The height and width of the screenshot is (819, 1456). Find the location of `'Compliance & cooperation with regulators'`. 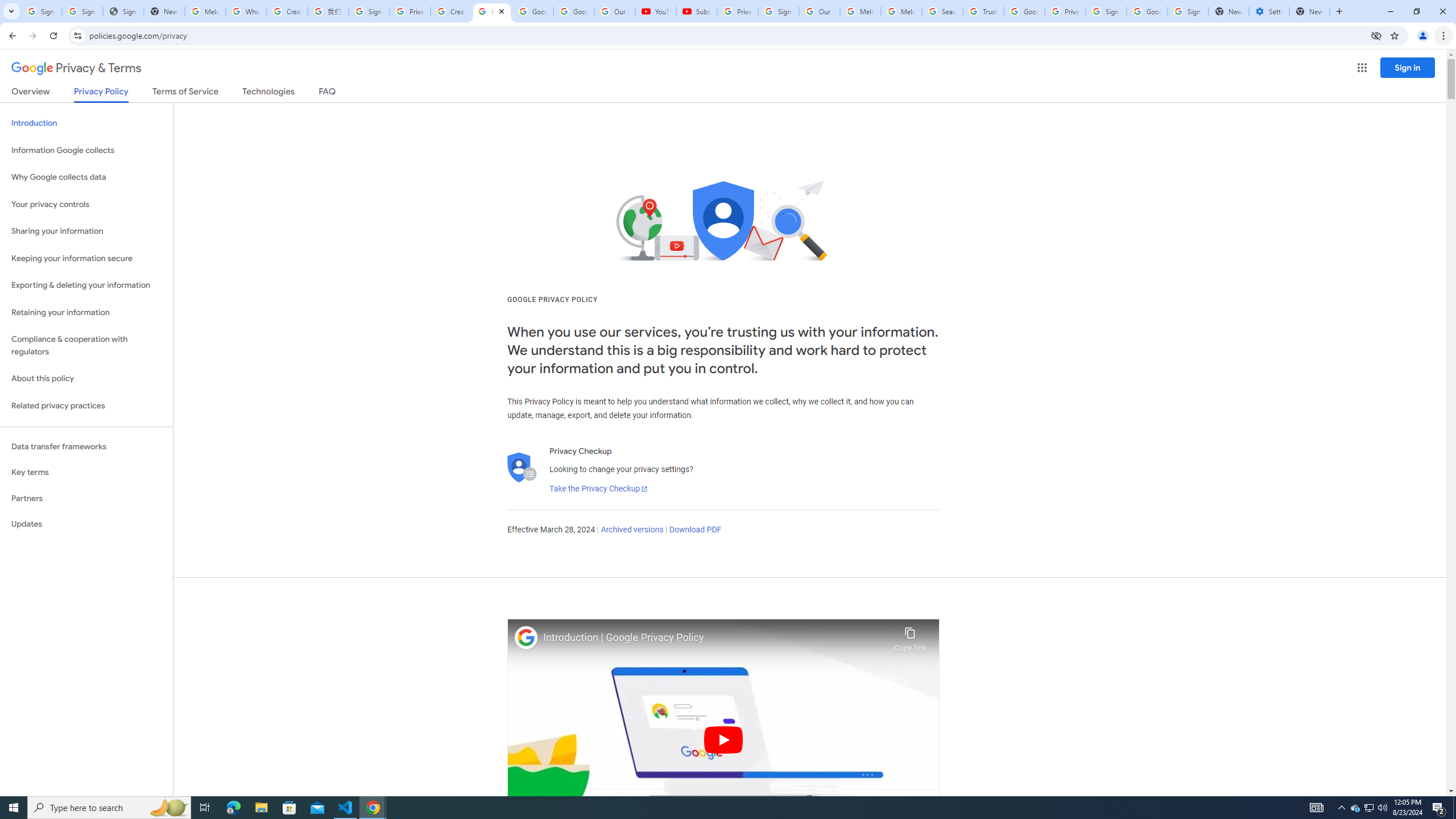

'Compliance & cooperation with regulators' is located at coordinates (86, 346).